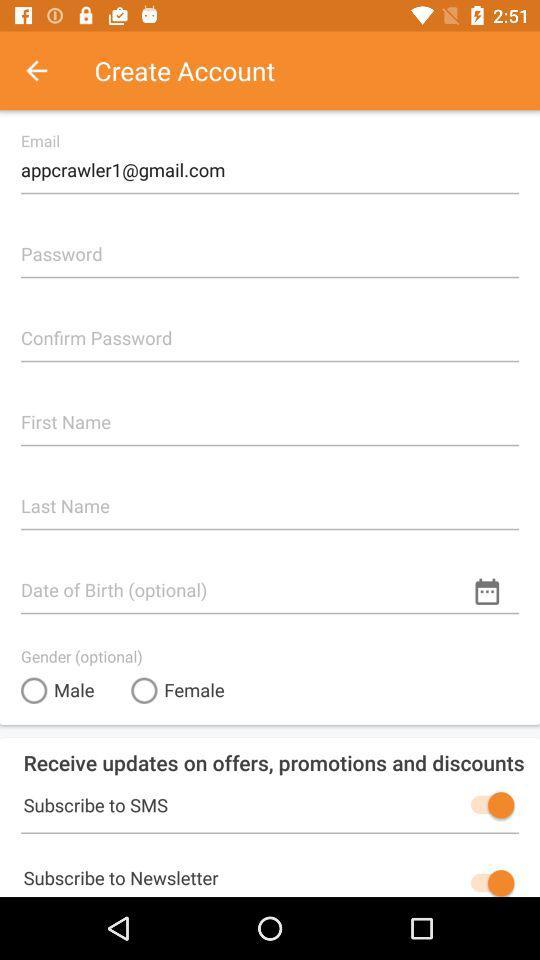 The image size is (540, 960). What do you see at coordinates (486, 805) in the screenshot?
I see `toggles the subscription to sms messages` at bounding box center [486, 805].